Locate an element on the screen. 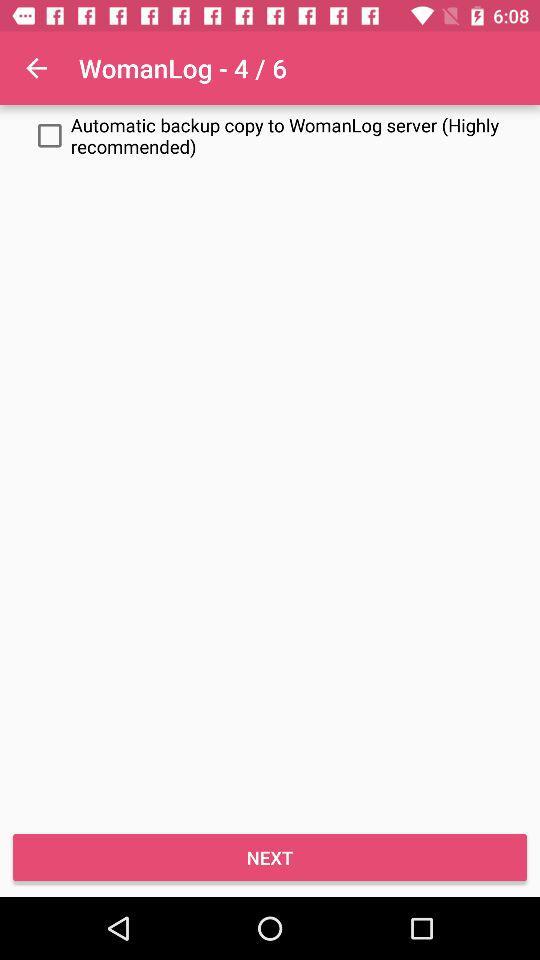 This screenshot has width=540, height=960. item below automatic backup copy icon is located at coordinates (270, 856).